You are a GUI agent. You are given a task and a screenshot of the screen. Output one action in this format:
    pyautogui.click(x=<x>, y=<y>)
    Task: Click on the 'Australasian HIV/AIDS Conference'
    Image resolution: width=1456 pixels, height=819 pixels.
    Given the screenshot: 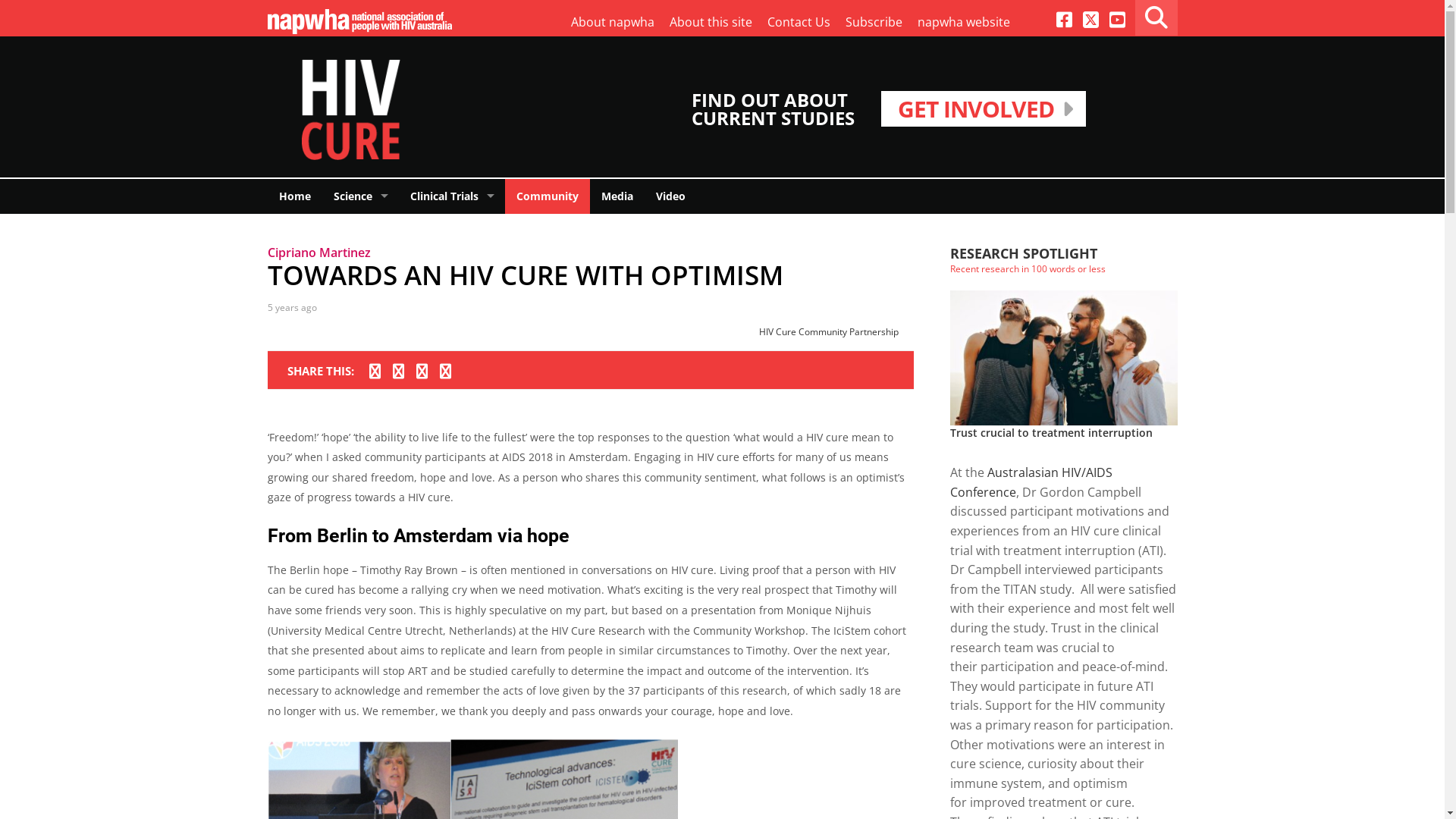 What is the action you would take?
    pyautogui.click(x=1030, y=482)
    